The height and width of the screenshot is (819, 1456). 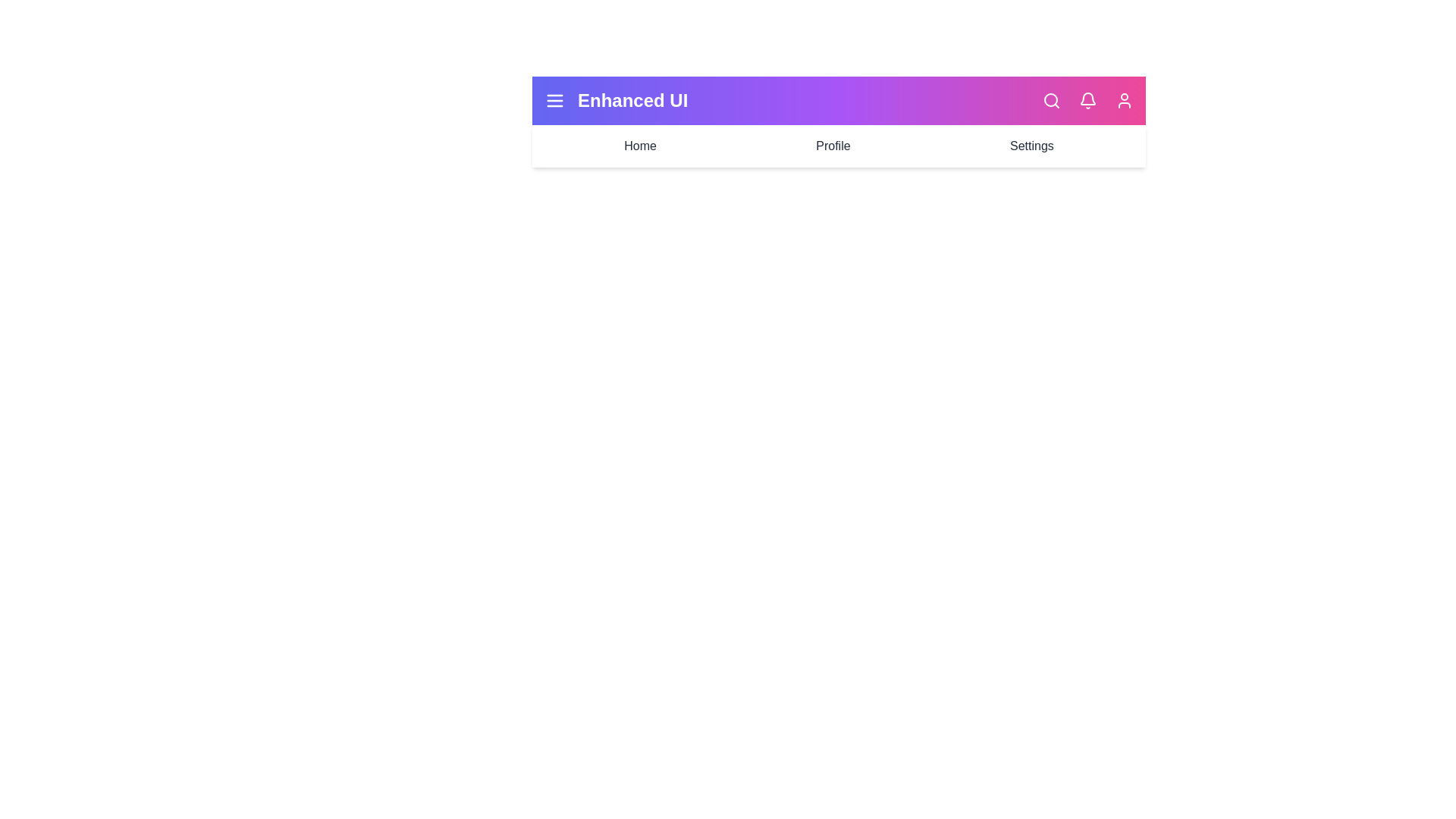 What do you see at coordinates (1087, 100) in the screenshot?
I see `the Notifications icon in the EnhancedAppBar` at bounding box center [1087, 100].